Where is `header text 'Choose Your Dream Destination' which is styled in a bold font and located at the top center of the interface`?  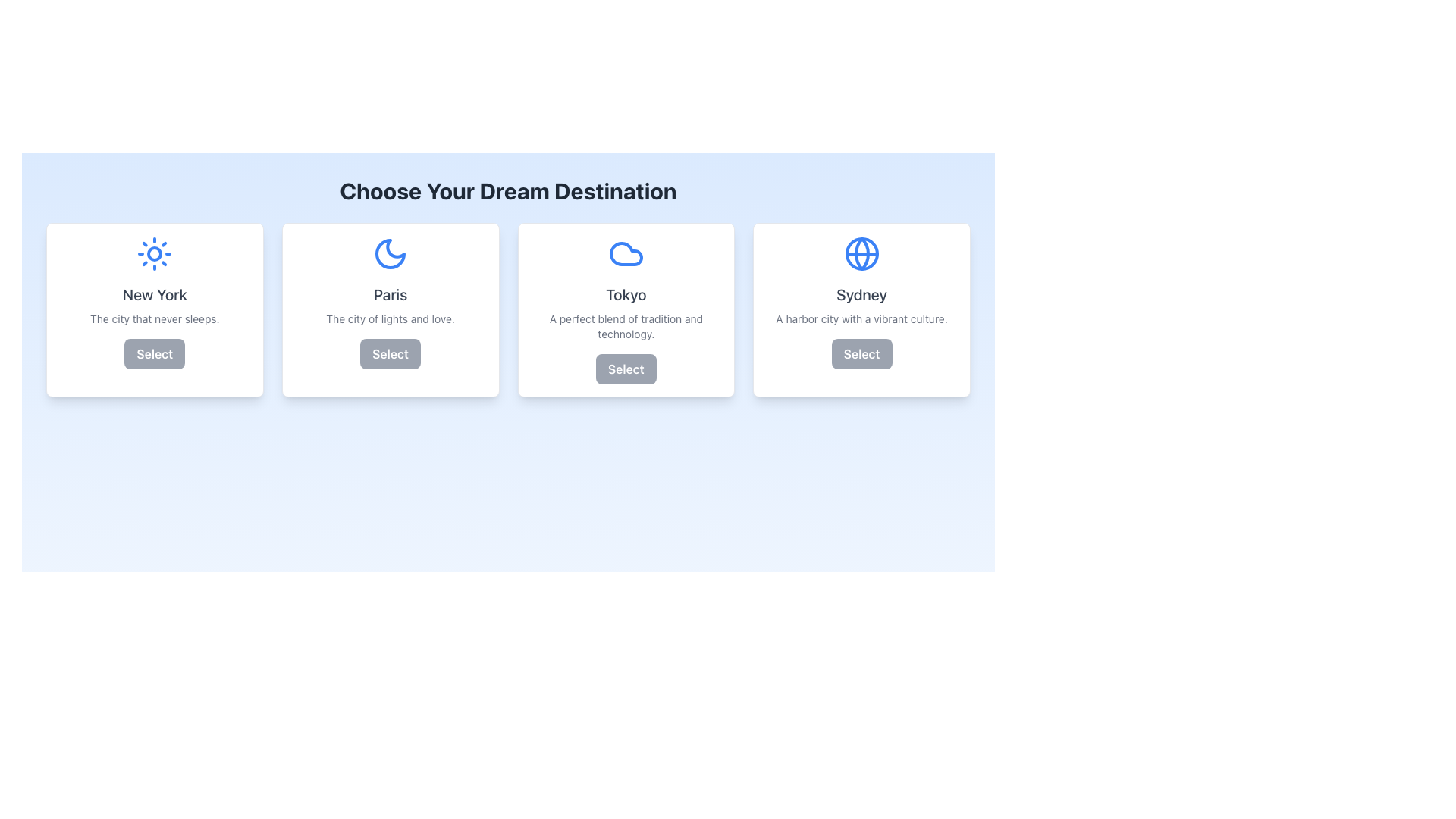
header text 'Choose Your Dream Destination' which is styled in a bold font and located at the top center of the interface is located at coordinates (508, 190).